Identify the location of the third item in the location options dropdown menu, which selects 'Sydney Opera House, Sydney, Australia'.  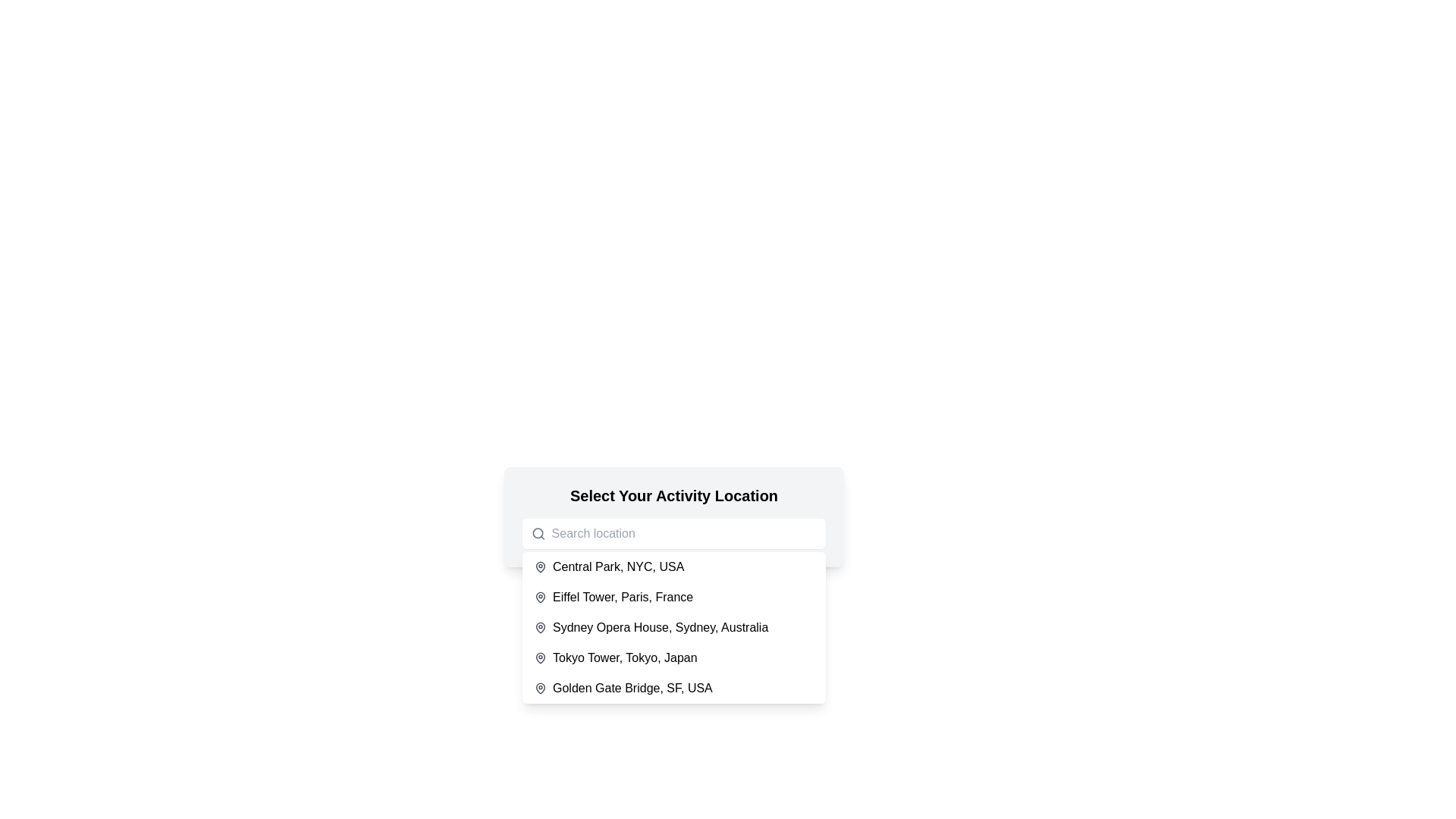
(661, 628).